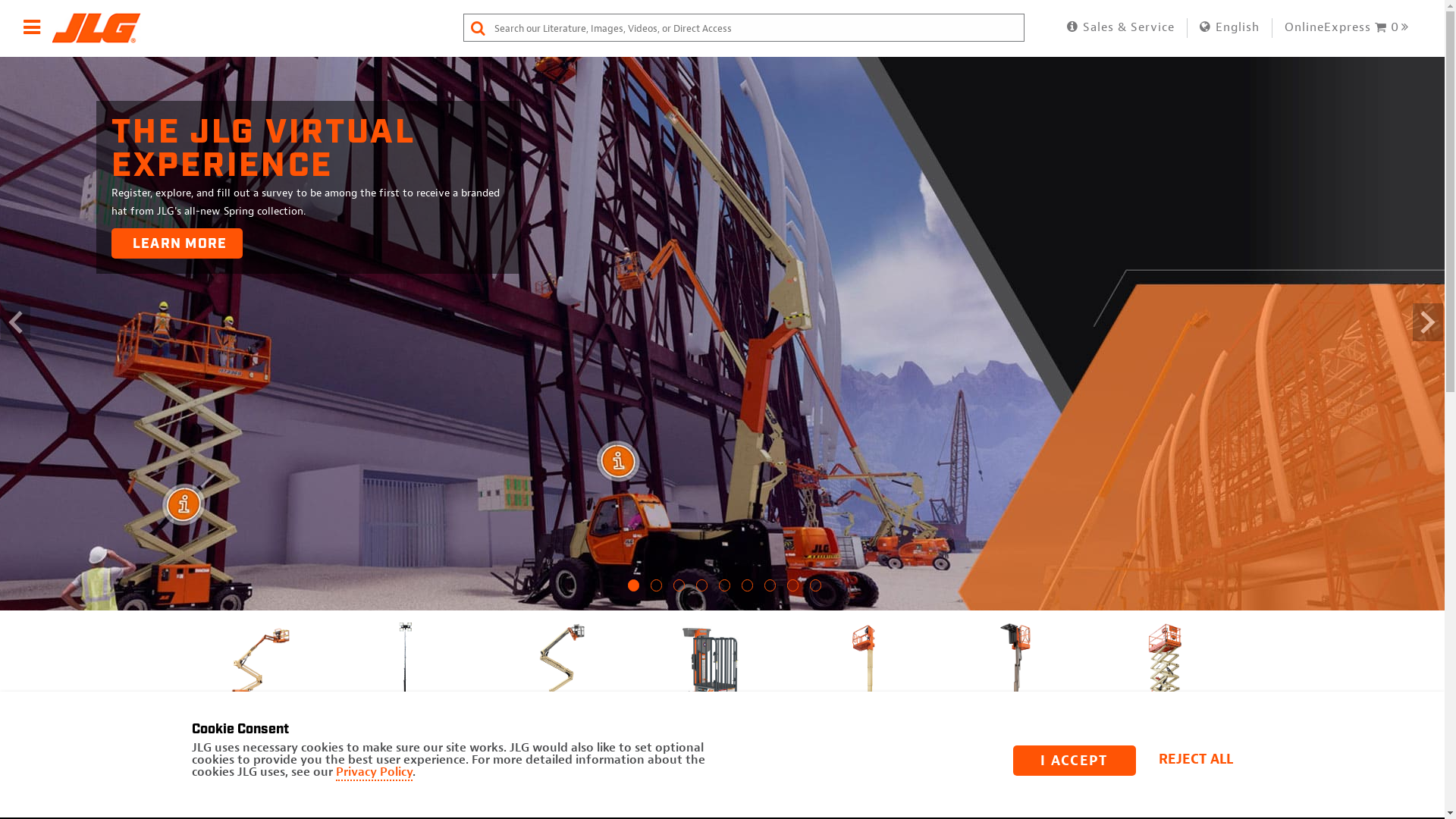 The width and height of the screenshot is (1456, 819). What do you see at coordinates (1120, 27) in the screenshot?
I see `'Sales & Service'` at bounding box center [1120, 27].